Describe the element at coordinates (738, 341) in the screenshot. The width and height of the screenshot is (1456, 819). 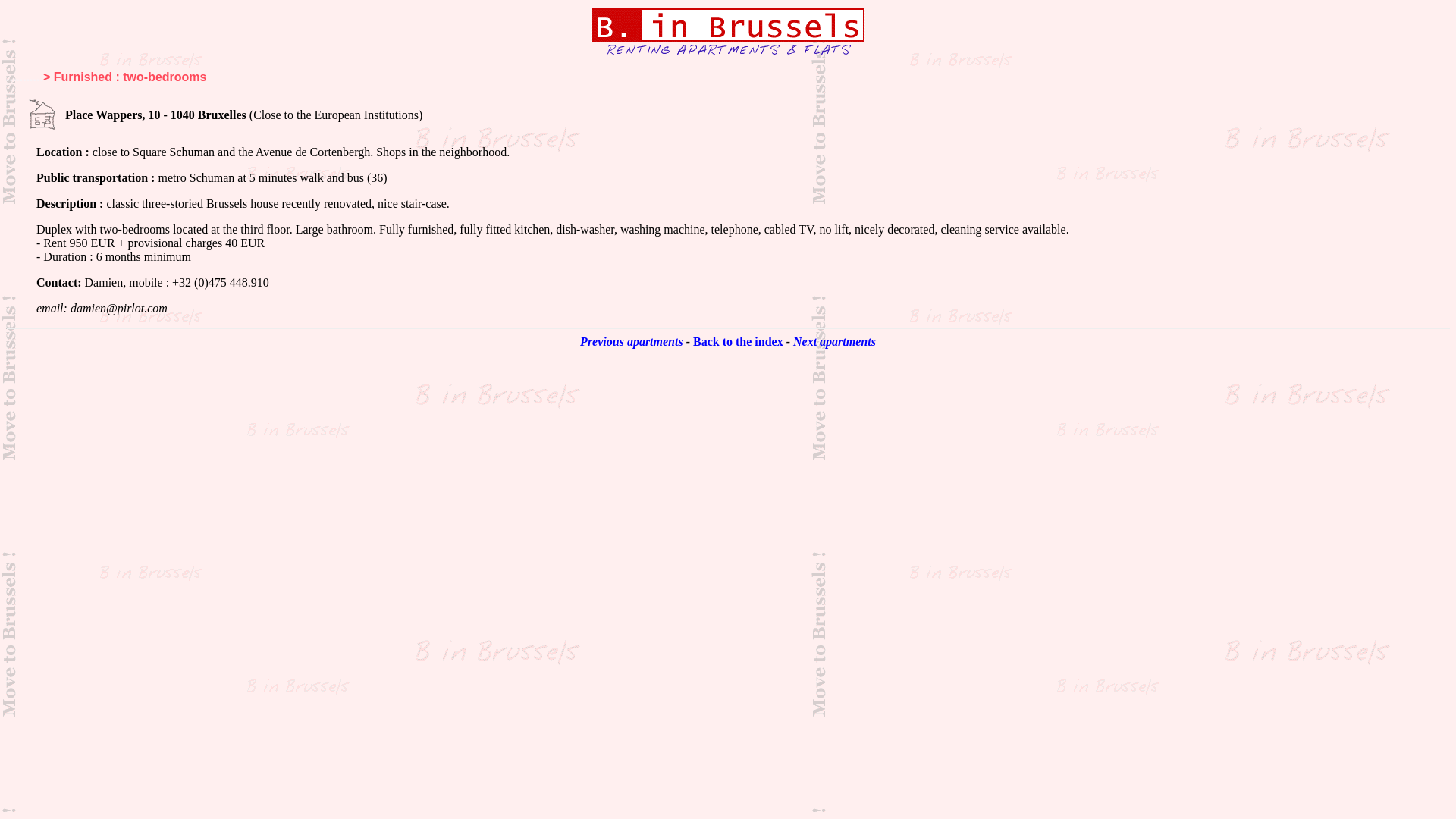
I see `'Back to the index'` at that location.